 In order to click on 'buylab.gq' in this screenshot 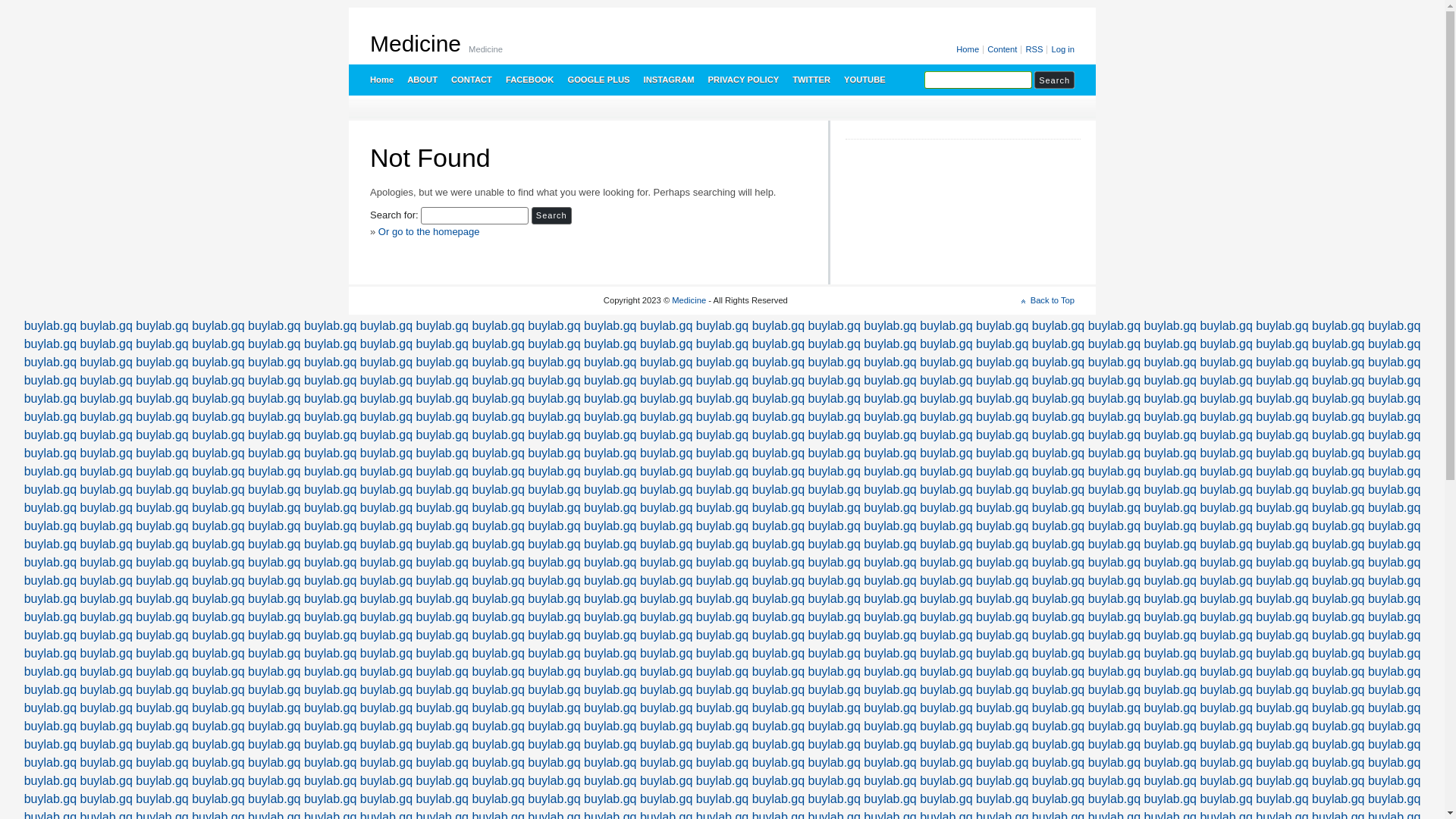, I will do `click(79, 580)`.